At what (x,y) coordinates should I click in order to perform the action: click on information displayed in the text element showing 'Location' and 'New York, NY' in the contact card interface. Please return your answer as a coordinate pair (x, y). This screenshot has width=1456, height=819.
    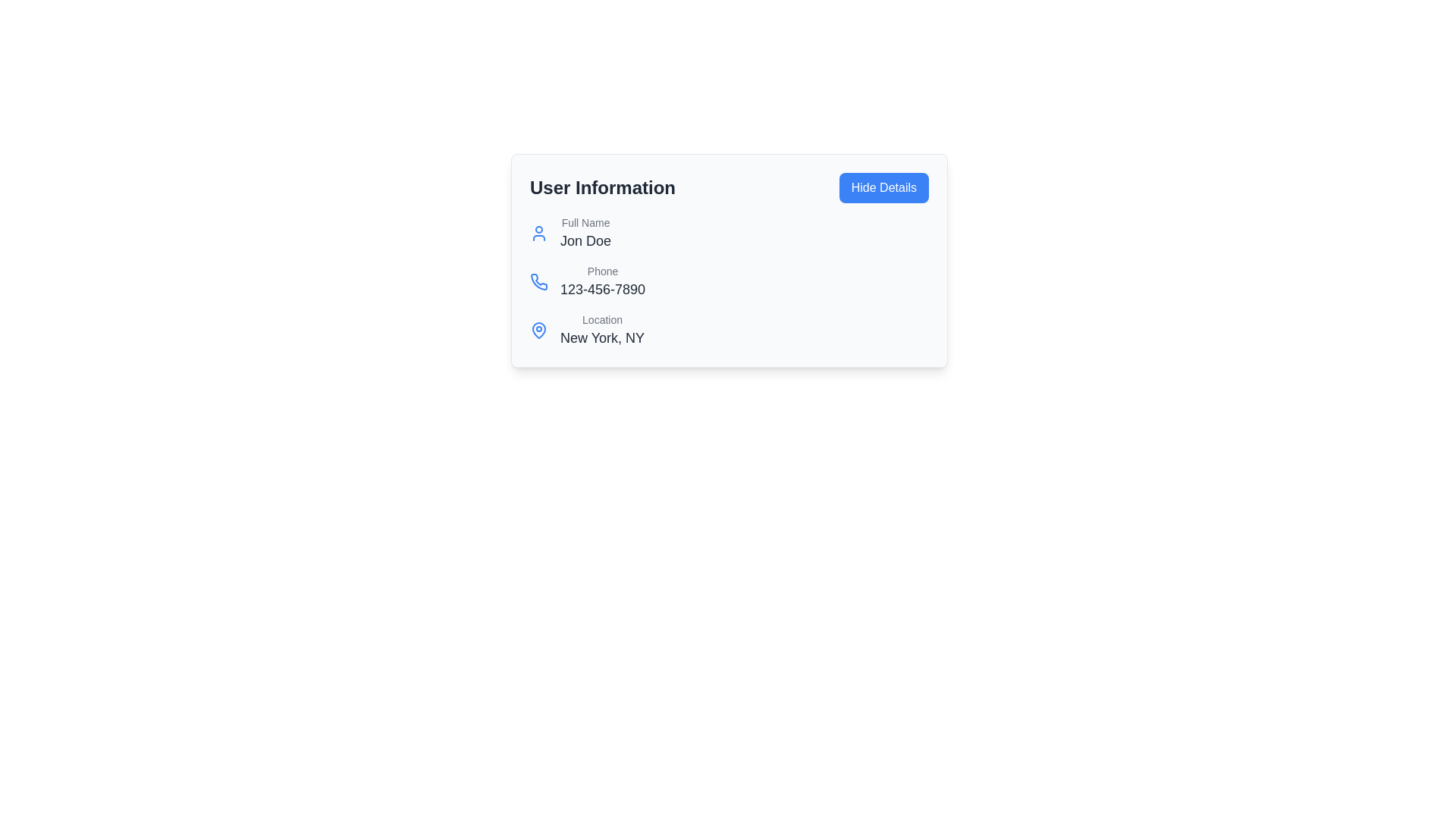
    Looking at the image, I should click on (601, 329).